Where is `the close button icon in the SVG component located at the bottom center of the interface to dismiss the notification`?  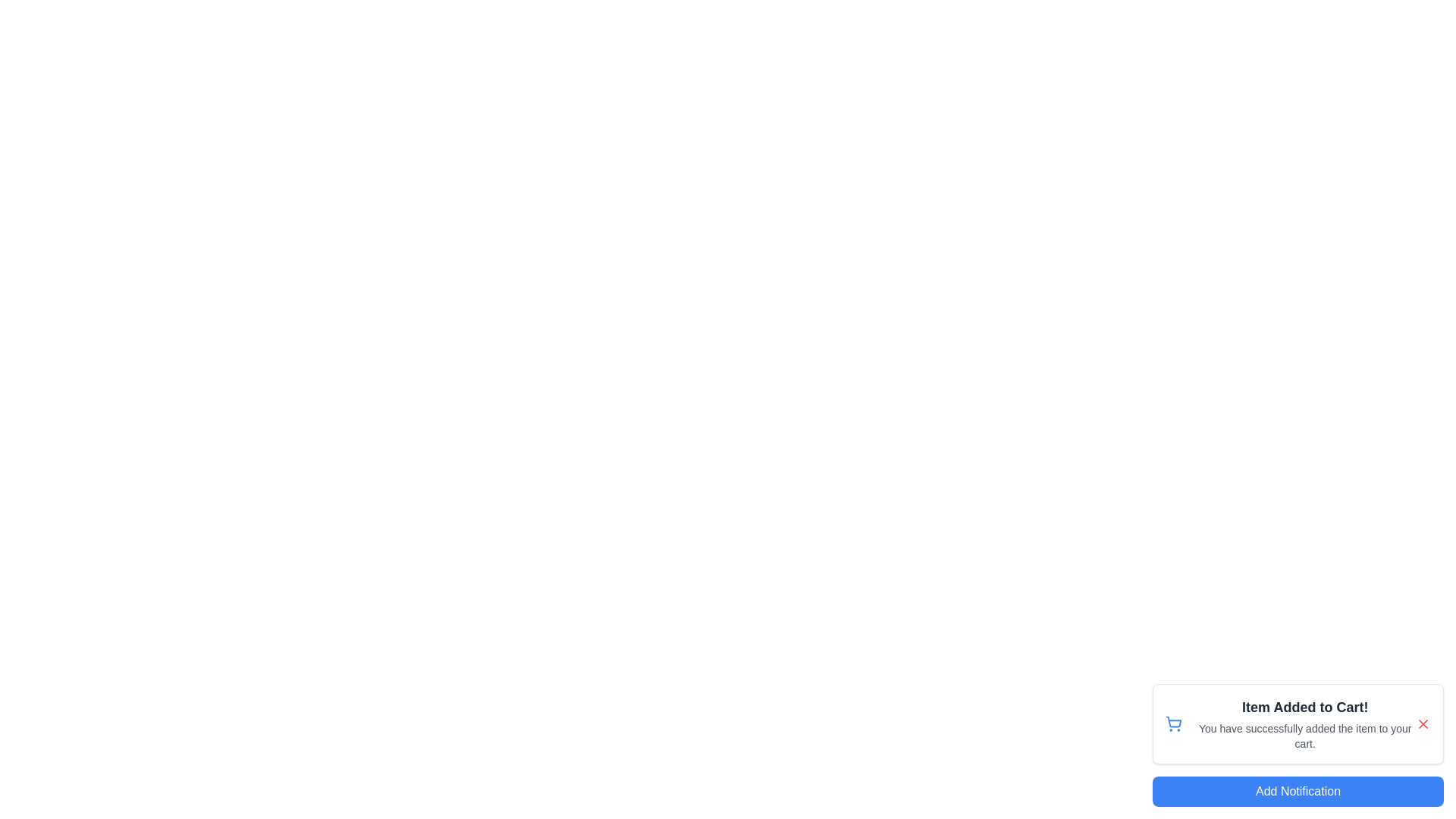
the close button icon in the SVG component located at the bottom center of the interface to dismiss the notification is located at coordinates (1422, 723).